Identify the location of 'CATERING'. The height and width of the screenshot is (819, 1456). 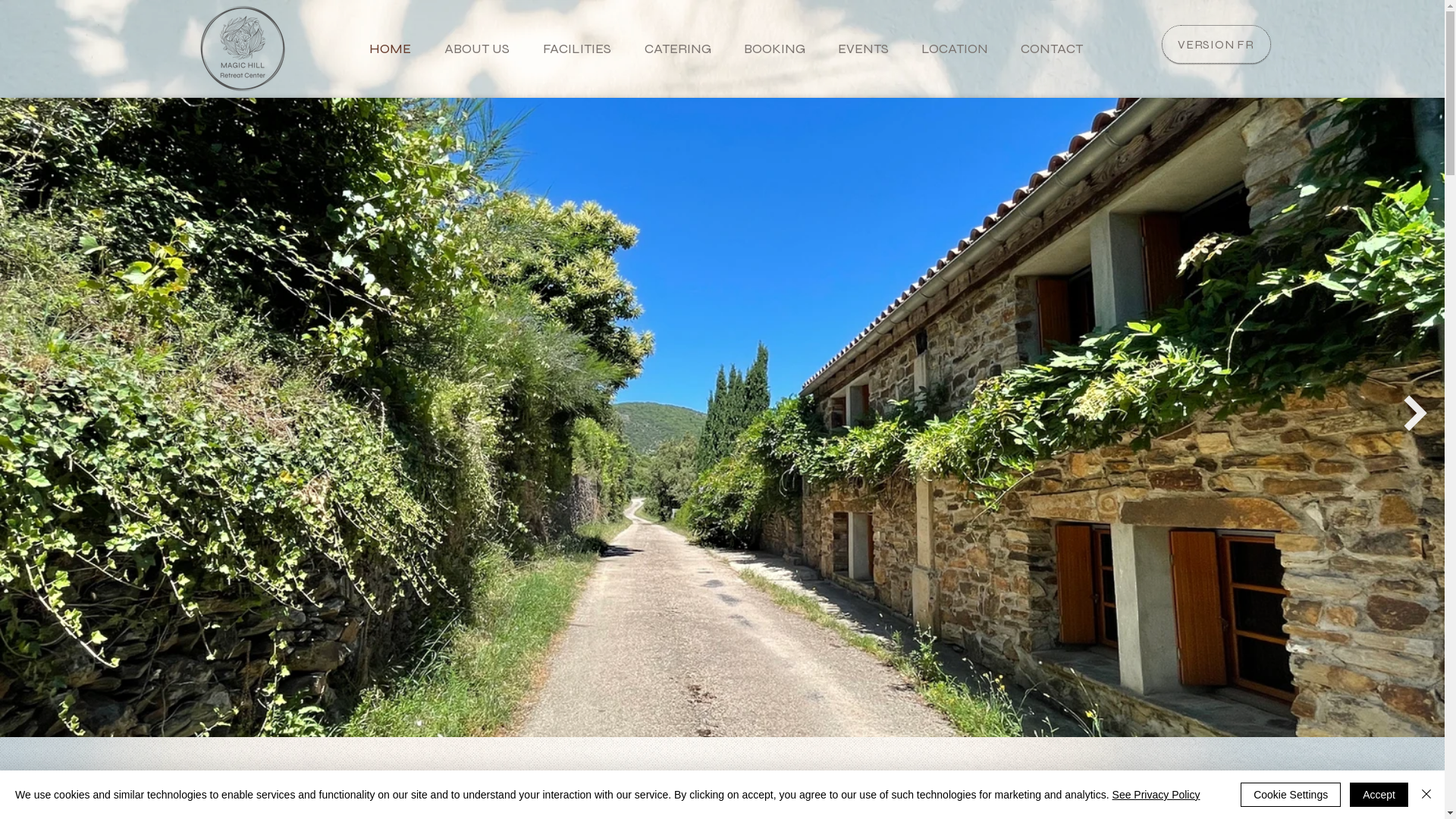
(671, 48).